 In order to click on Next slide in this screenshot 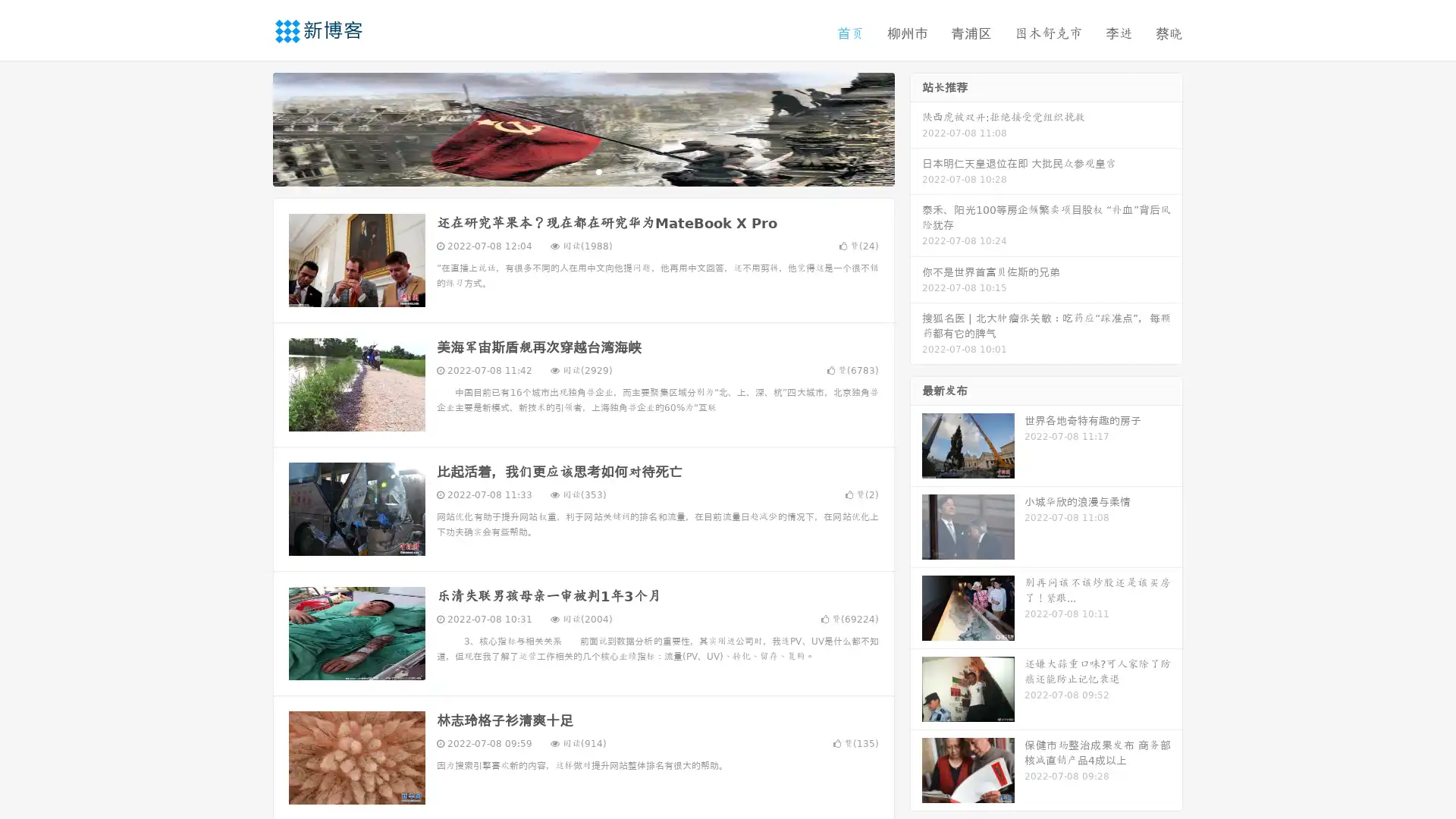, I will do `click(916, 127)`.